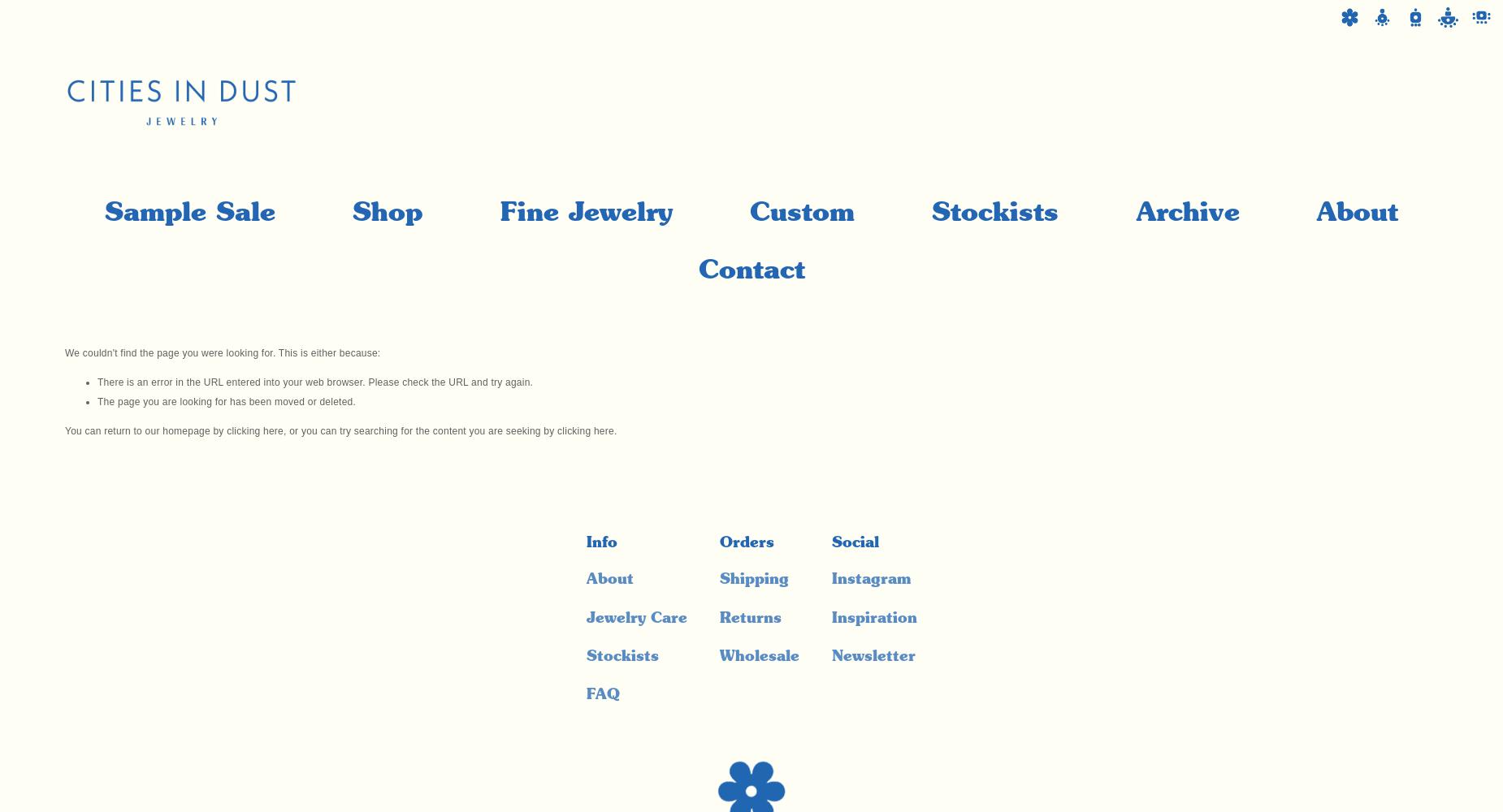 This screenshot has width=1503, height=812. Describe the element at coordinates (719, 656) in the screenshot. I see `'Wholesale'` at that location.